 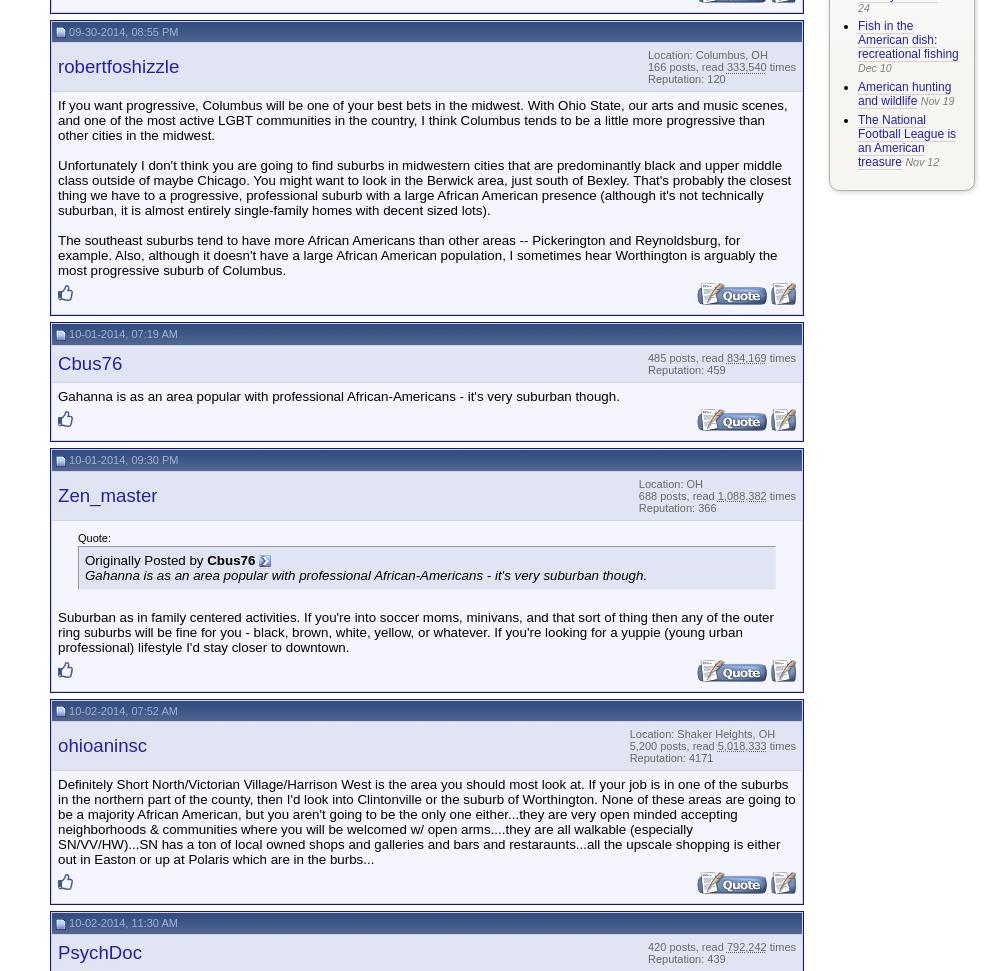 I want to click on 'Dec 24', so click(x=909, y=19).